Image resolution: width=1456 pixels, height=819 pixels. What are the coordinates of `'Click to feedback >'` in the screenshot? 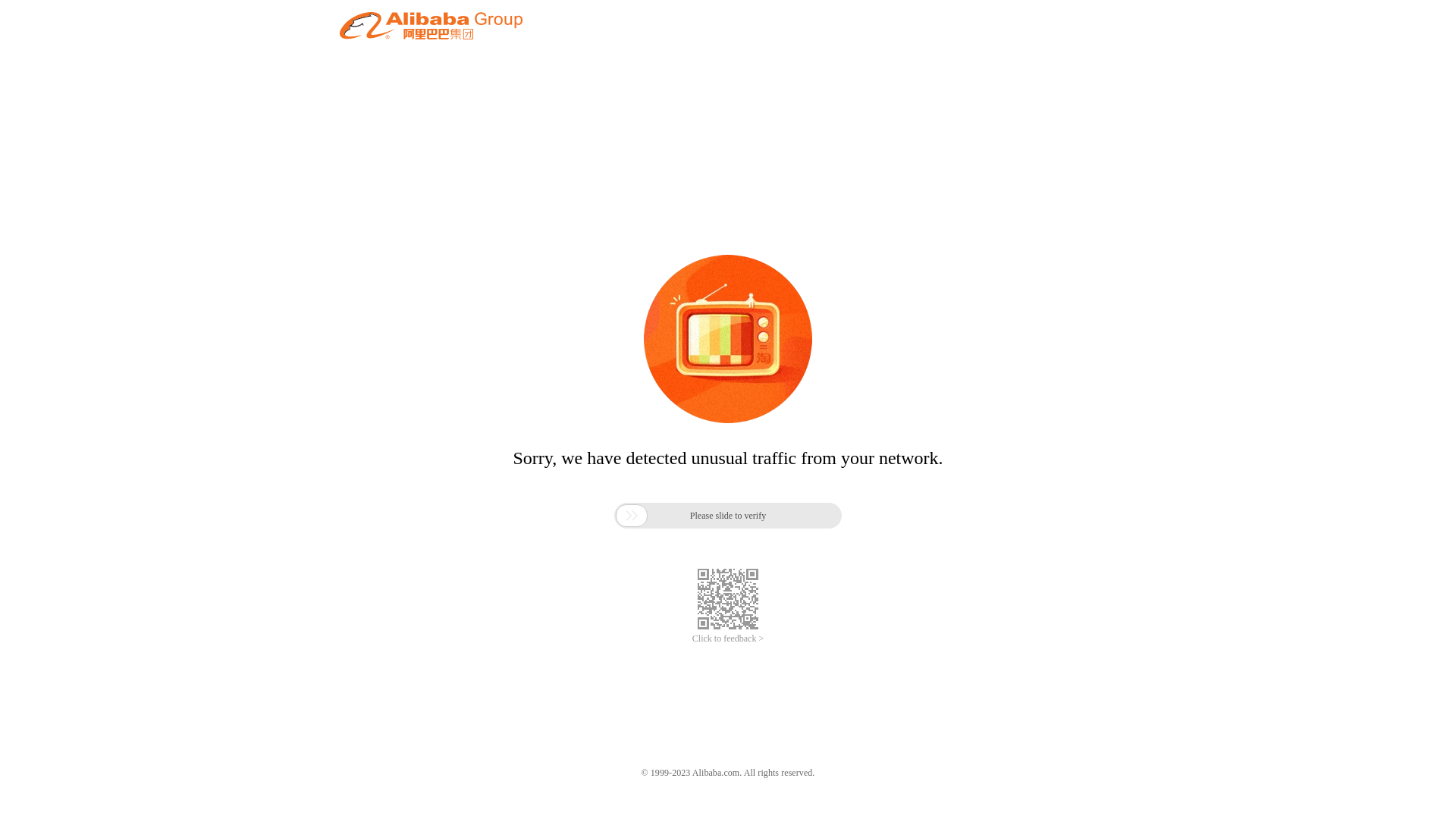 It's located at (691, 639).